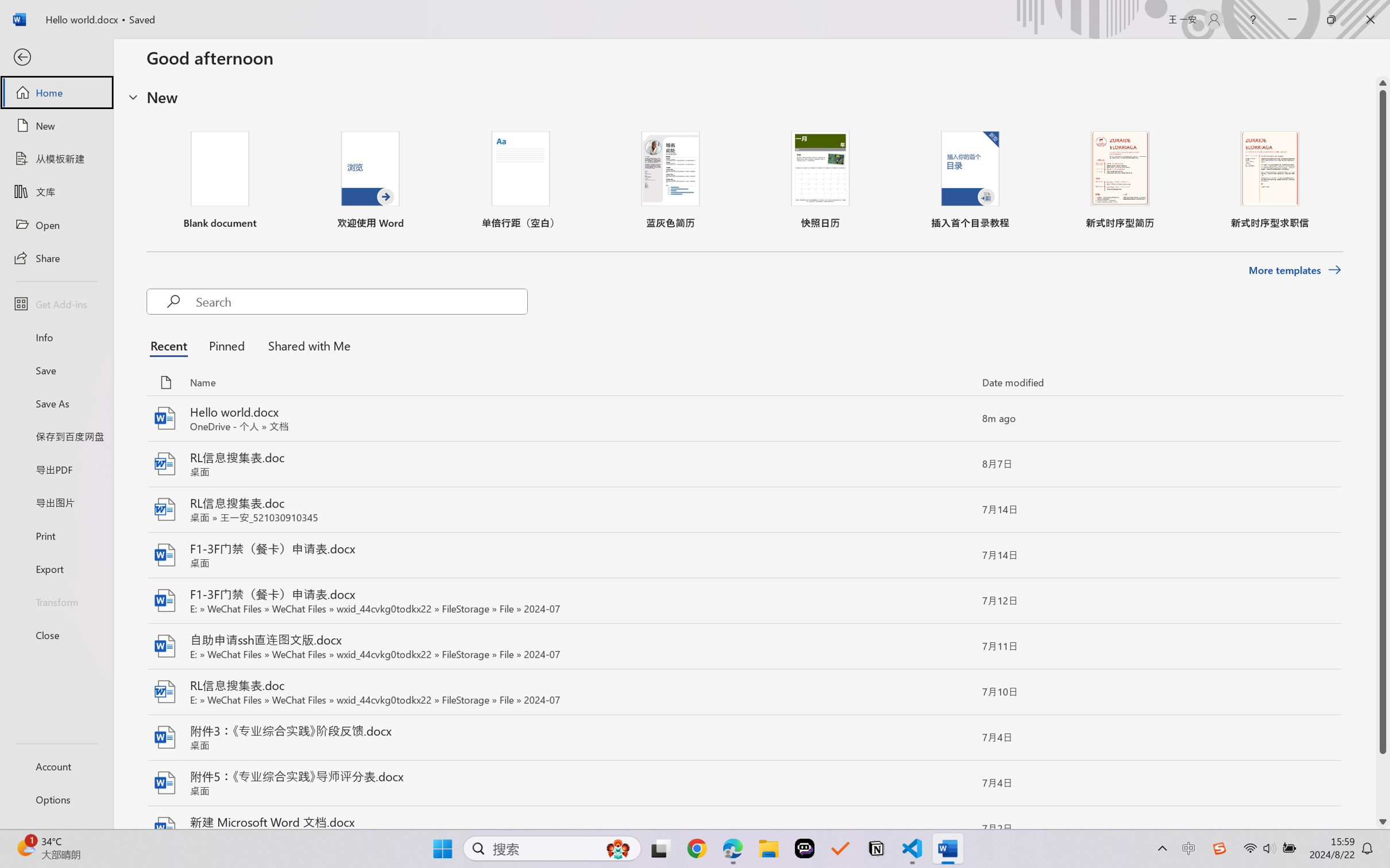  I want to click on 'Shared with Me', so click(306, 345).